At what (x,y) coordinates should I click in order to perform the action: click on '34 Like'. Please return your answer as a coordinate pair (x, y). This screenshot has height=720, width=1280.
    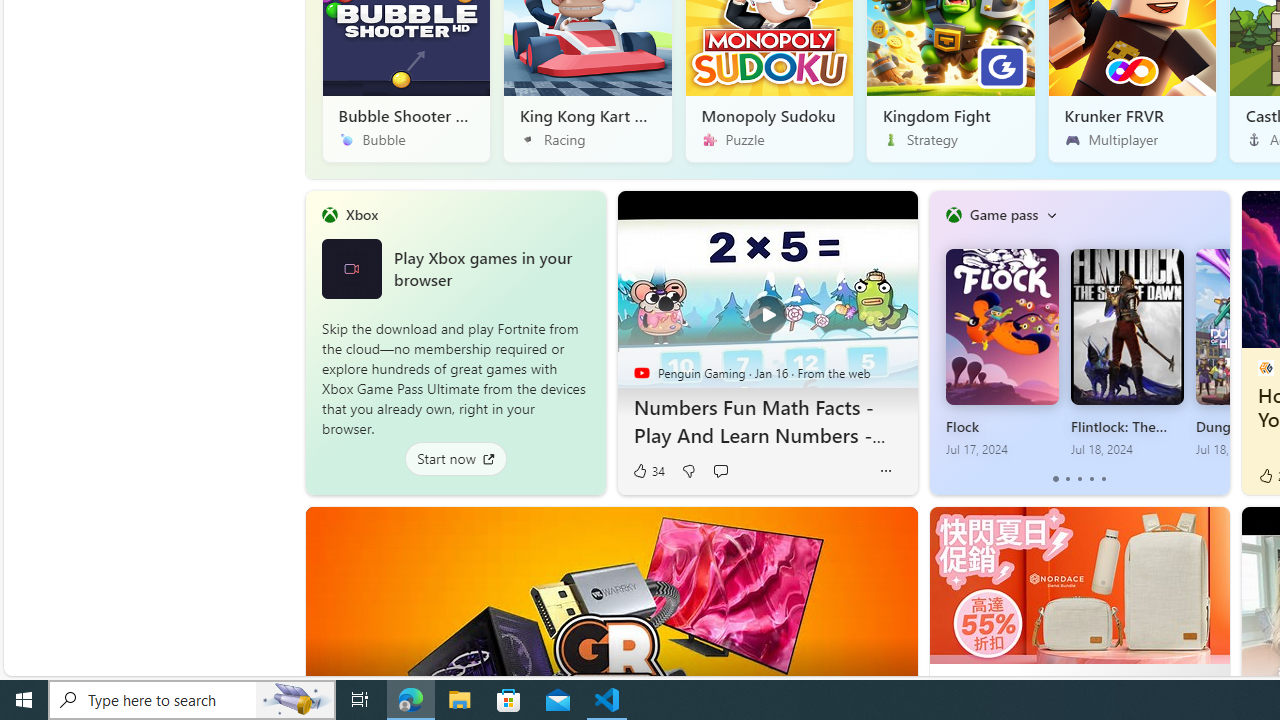
    Looking at the image, I should click on (648, 471).